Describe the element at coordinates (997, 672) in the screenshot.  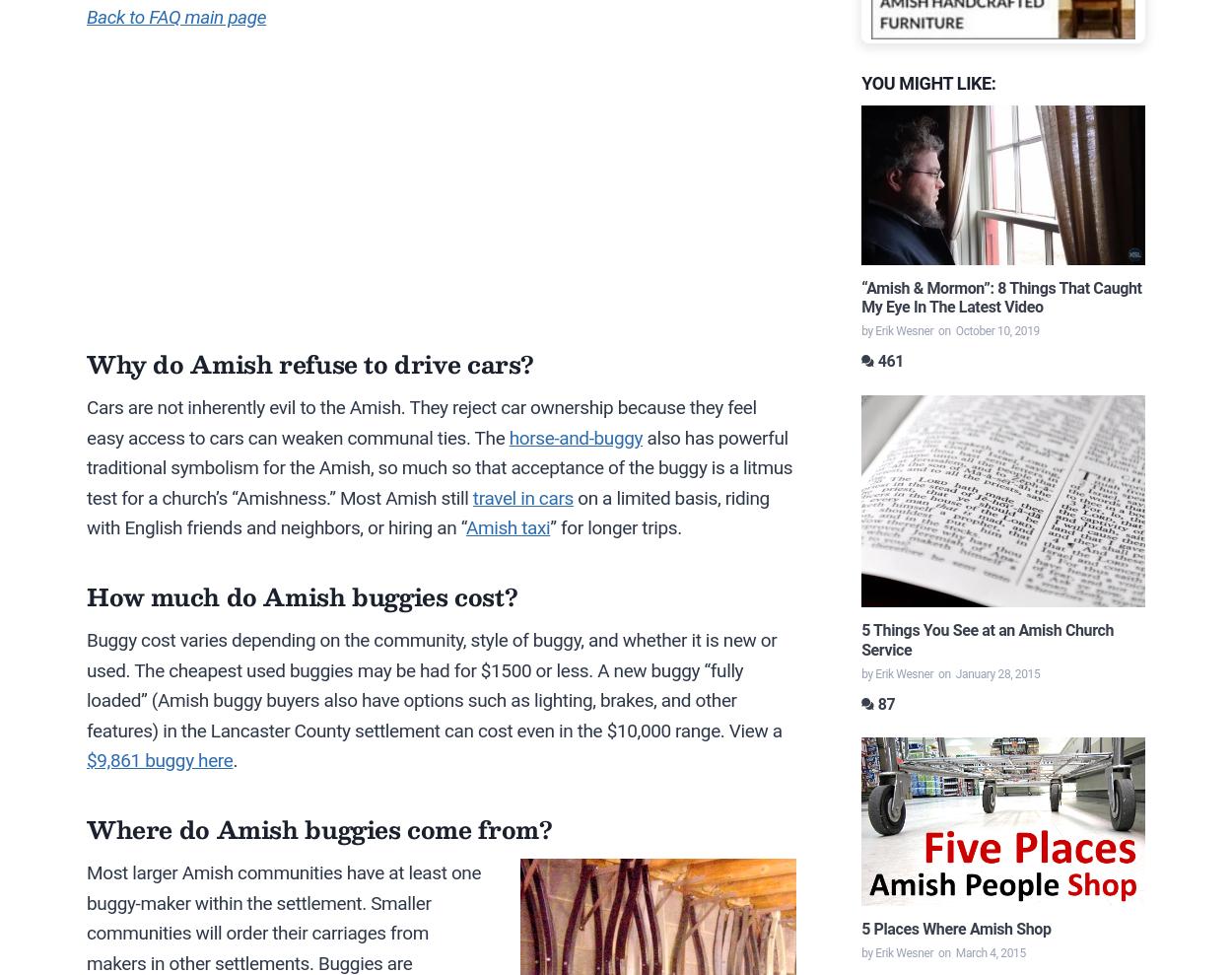
I see `'January 28, 2015'` at that location.